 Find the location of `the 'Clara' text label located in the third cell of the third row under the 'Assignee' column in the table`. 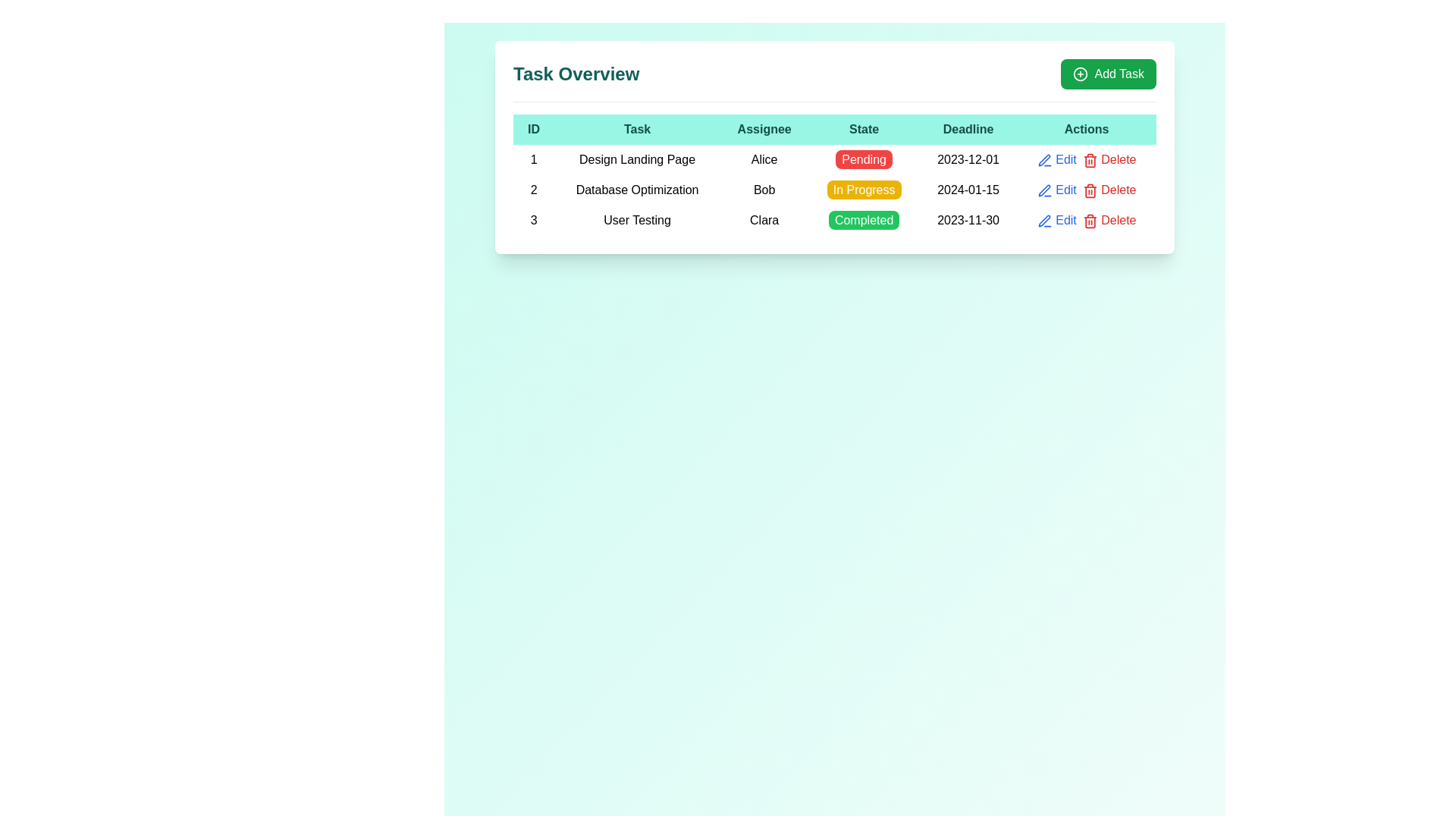

the 'Clara' text label located in the third cell of the third row under the 'Assignee' column in the table is located at coordinates (764, 220).